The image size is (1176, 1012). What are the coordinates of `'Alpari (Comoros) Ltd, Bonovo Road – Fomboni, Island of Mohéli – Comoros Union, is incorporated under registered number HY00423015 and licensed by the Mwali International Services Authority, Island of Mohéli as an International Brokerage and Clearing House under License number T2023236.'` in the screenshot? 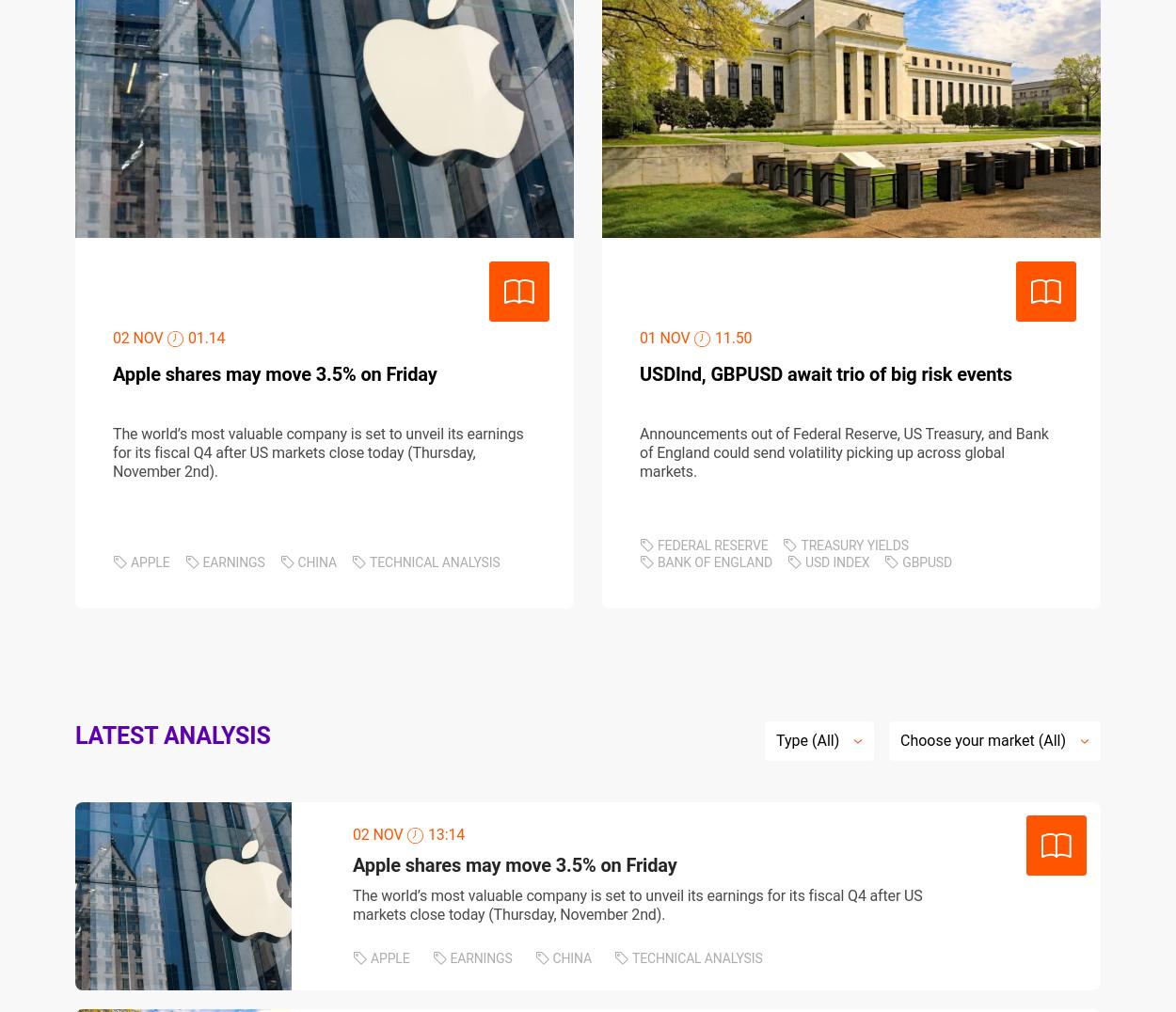 It's located at (571, 726).